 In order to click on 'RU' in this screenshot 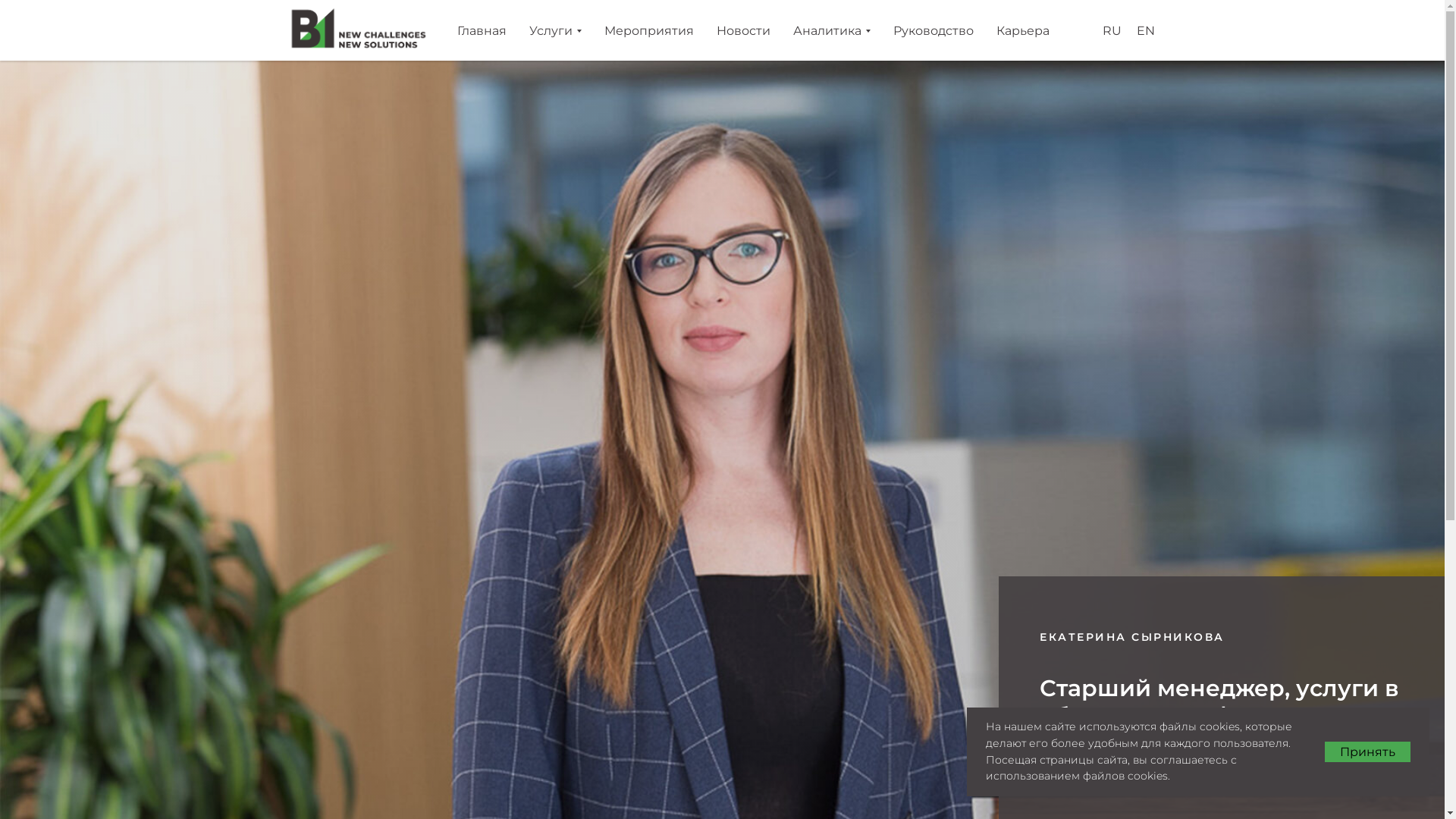, I will do `click(1103, 30)`.